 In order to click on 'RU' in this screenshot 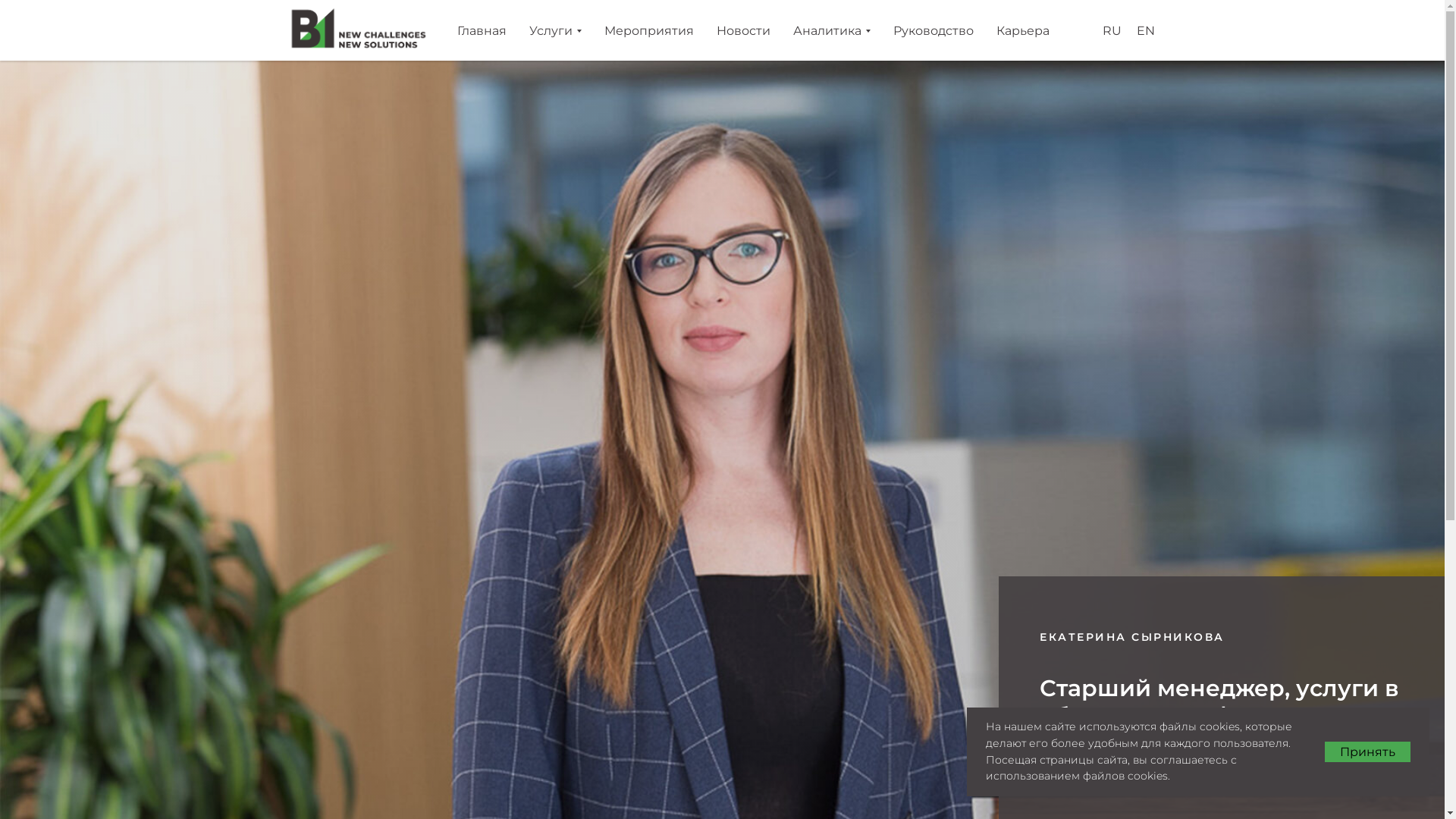, I will do `click(1103, 30)`.